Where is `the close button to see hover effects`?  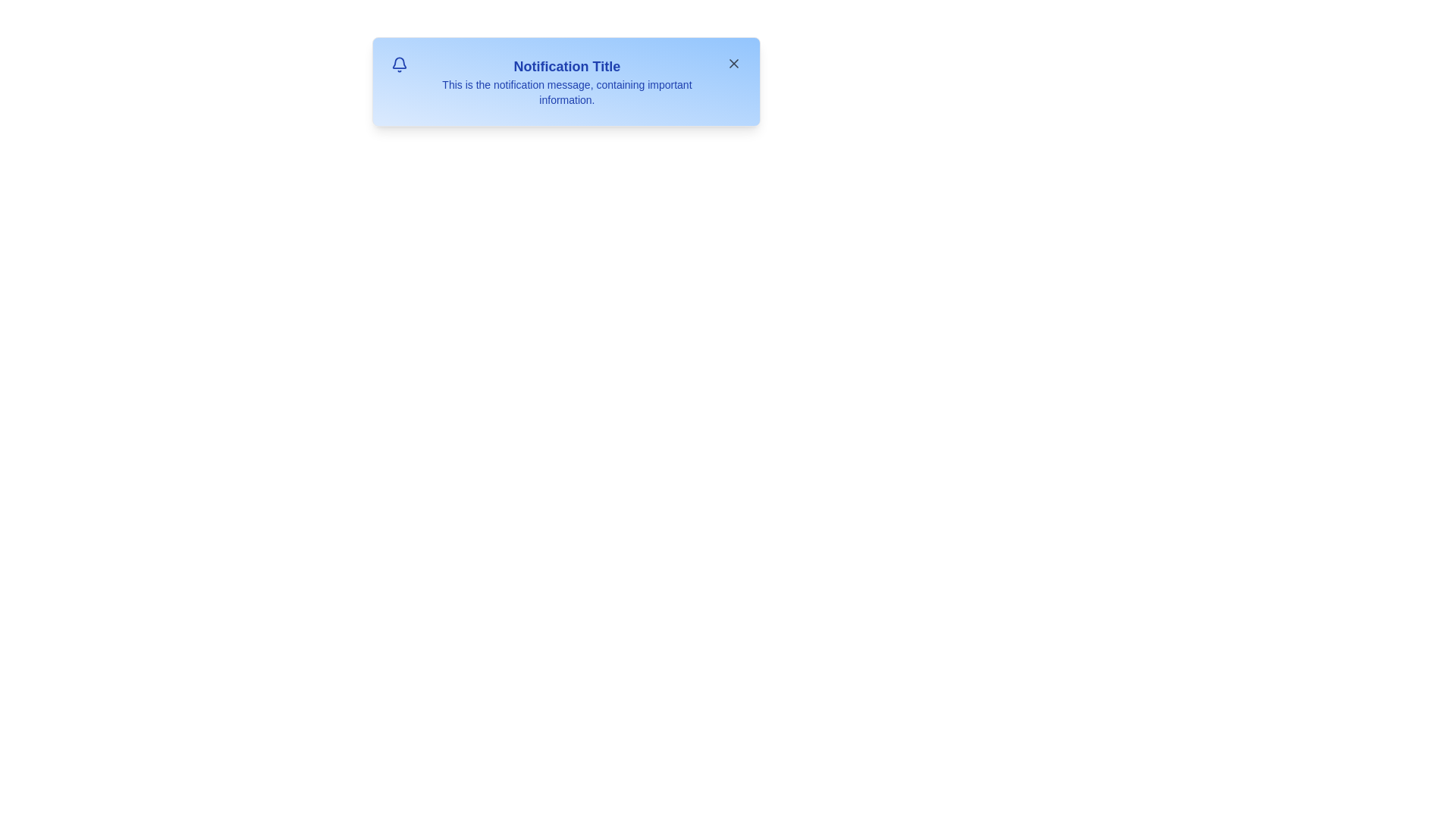 the close button to see hover effects is located at coordinates (733, 63).